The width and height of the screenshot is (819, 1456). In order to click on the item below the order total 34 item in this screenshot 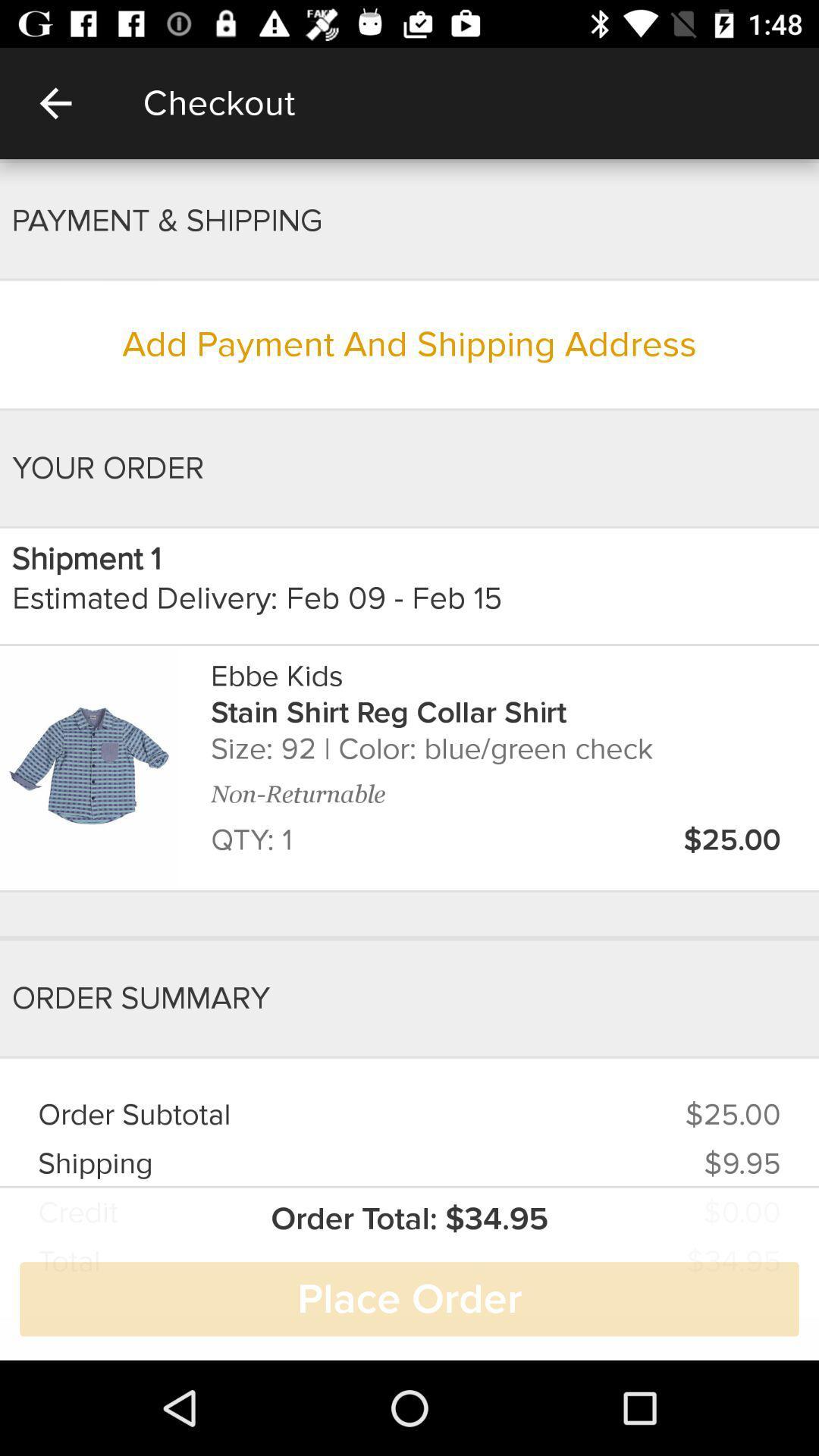, I will do `click(409, 1298)`.